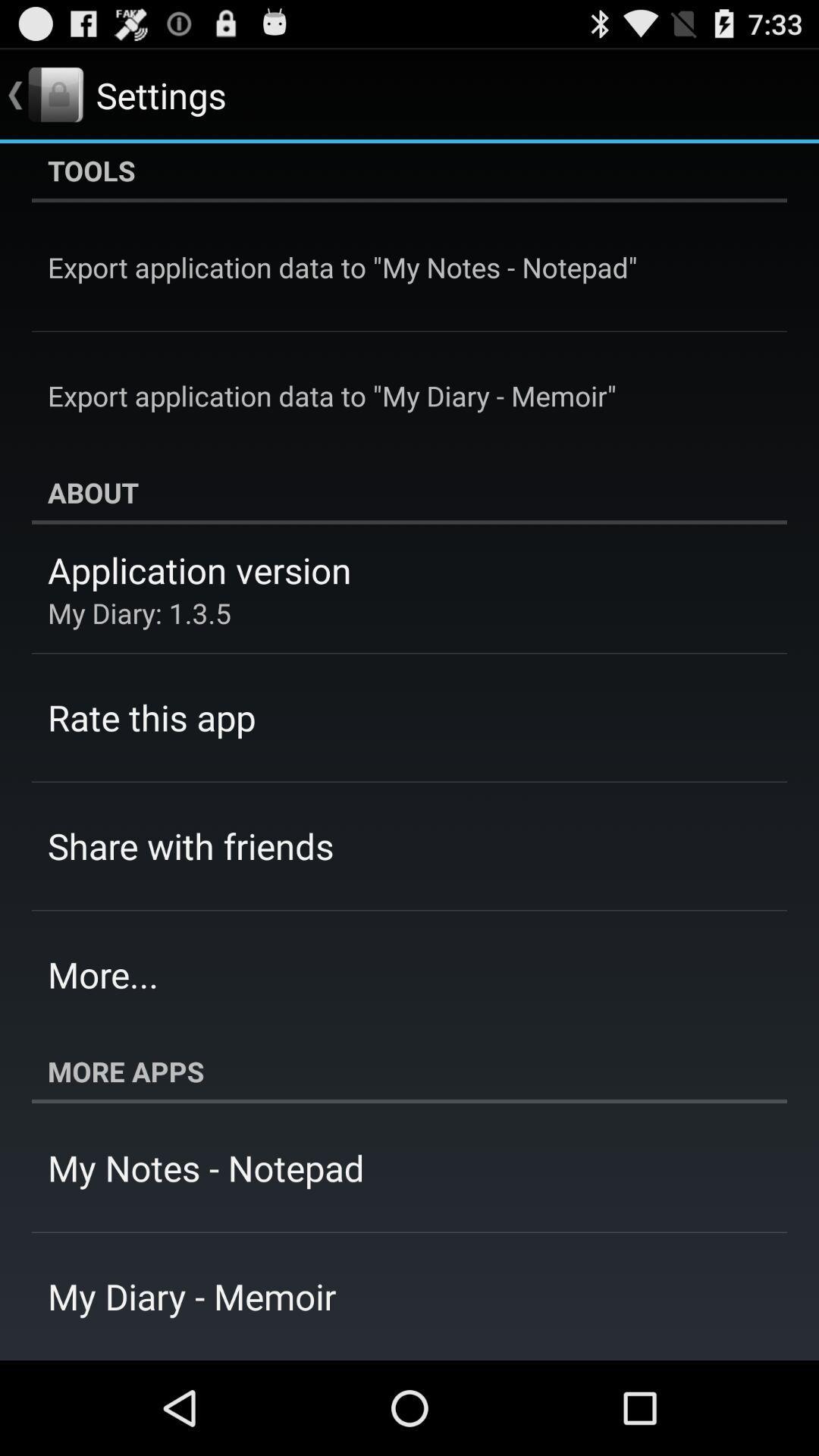  What do you see at coordinates (199, 569) in the screenshot?
I see `the app below about app` at bounding box center [199, 569].